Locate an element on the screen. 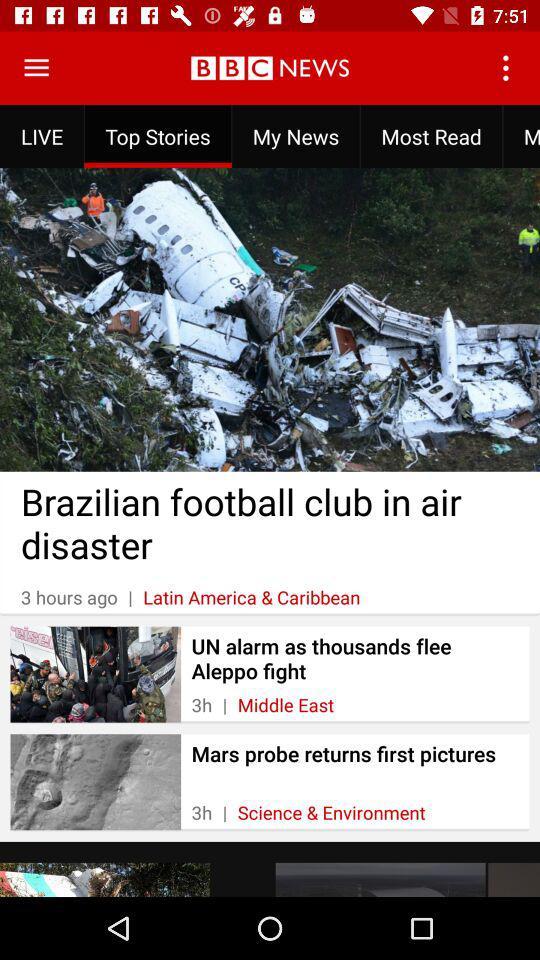 The width and height of the screenshot is (540, 960). icon to the left of the my news item is located at coordinates (157, 135).